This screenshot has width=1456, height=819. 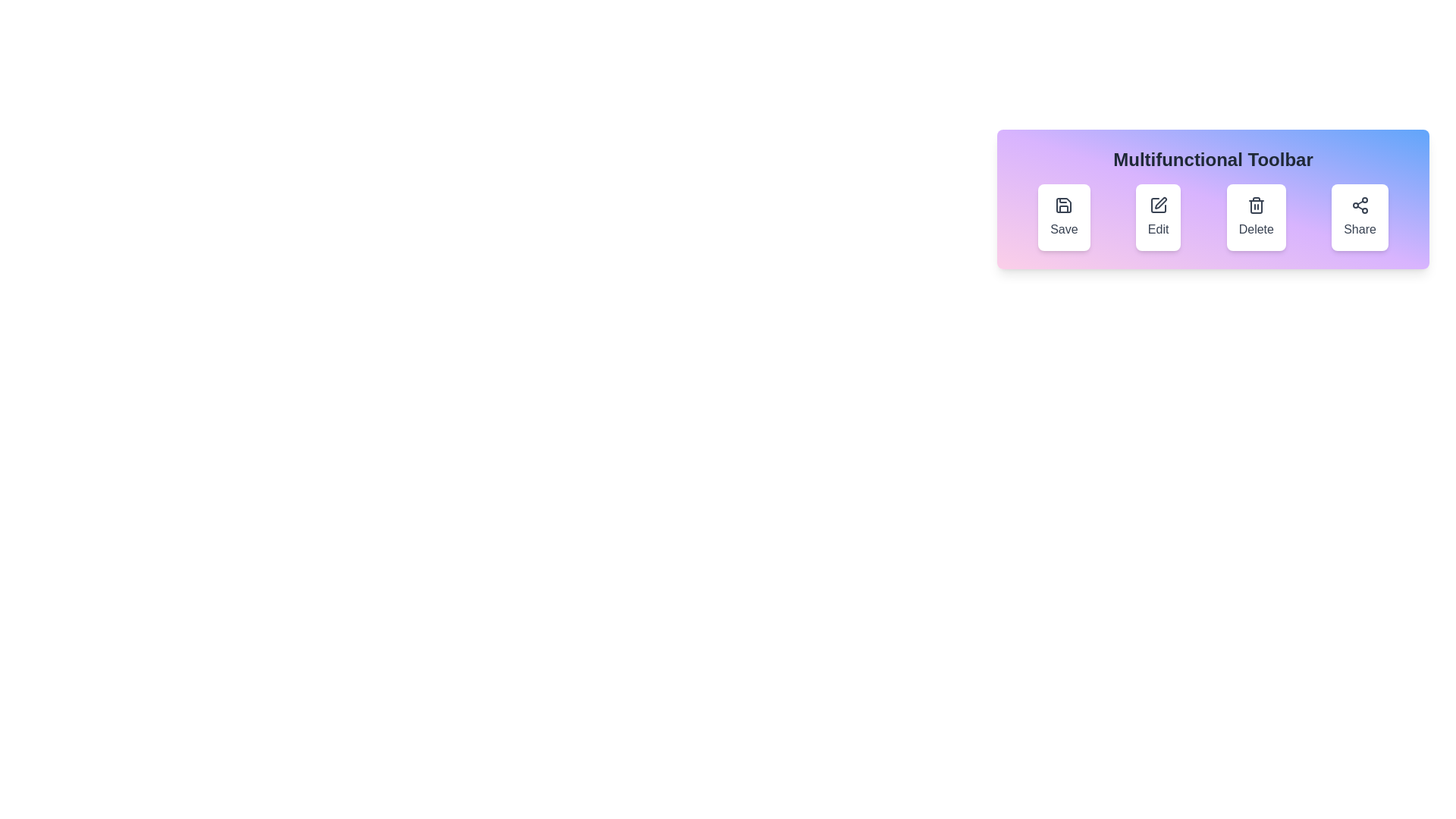 I want to click on the second button in the 'Multifunctional Toolbar', so click(x=1157, y=217).